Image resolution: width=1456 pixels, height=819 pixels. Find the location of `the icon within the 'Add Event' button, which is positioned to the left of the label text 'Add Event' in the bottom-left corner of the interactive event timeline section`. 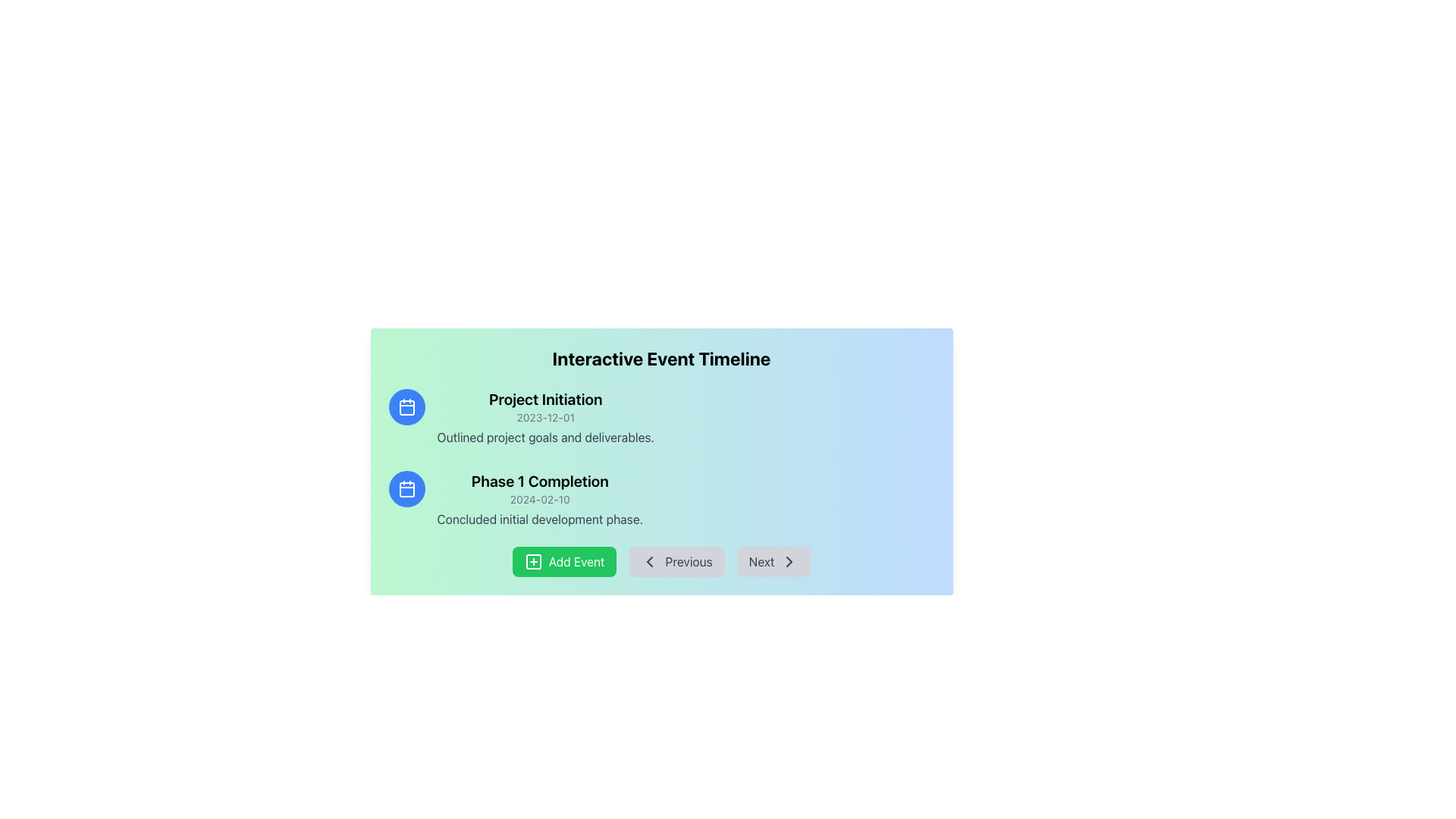

the icon within the 'Add Event' button, which is positioned to the left of the label text 'Add Event' in the bottom-left corner of the interactive event timeline section is located at coordinates (533, 561).